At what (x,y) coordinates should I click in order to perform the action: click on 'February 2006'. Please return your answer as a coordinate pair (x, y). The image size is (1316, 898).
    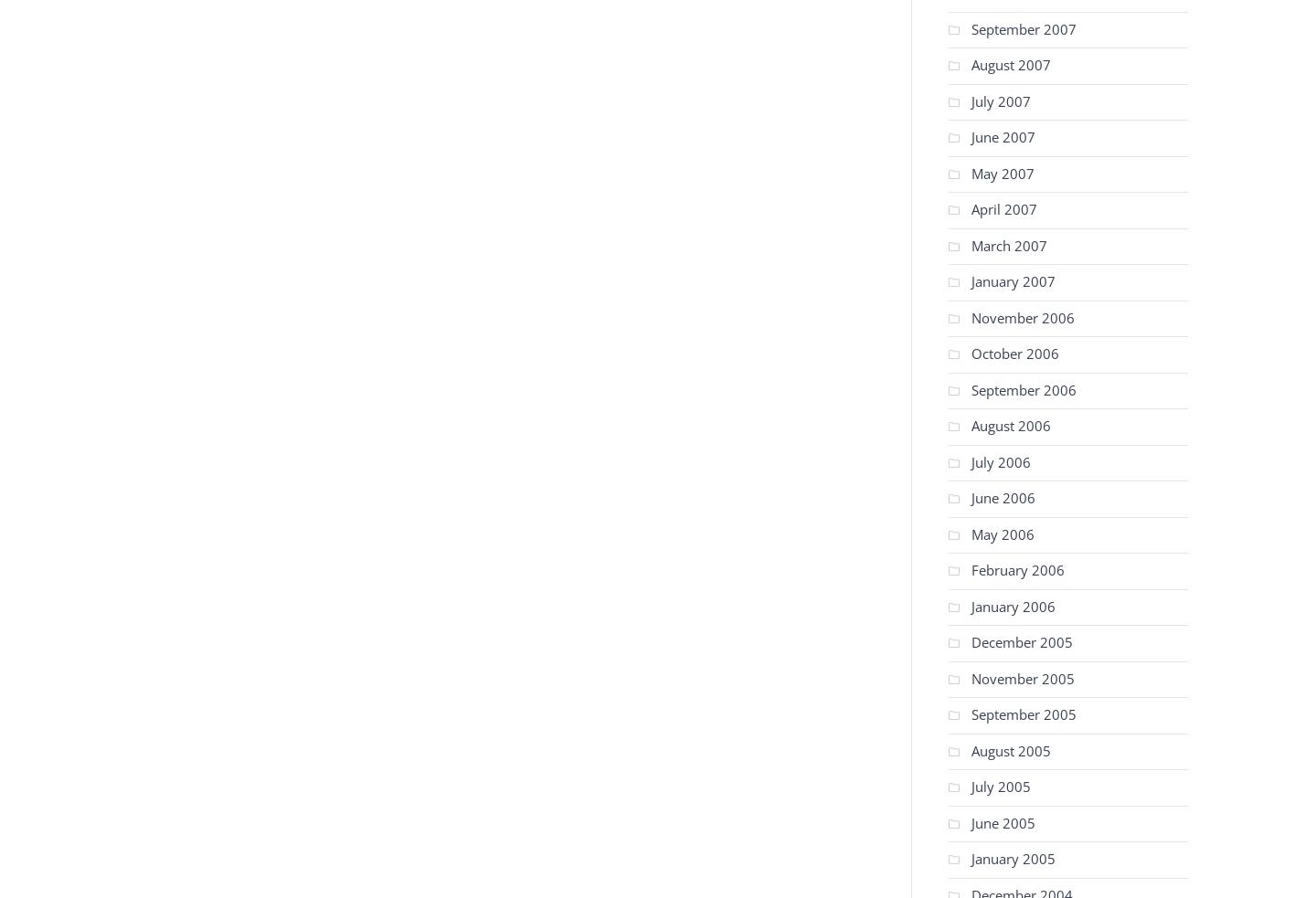
    Looking at the image, I should click on (1016, 570).